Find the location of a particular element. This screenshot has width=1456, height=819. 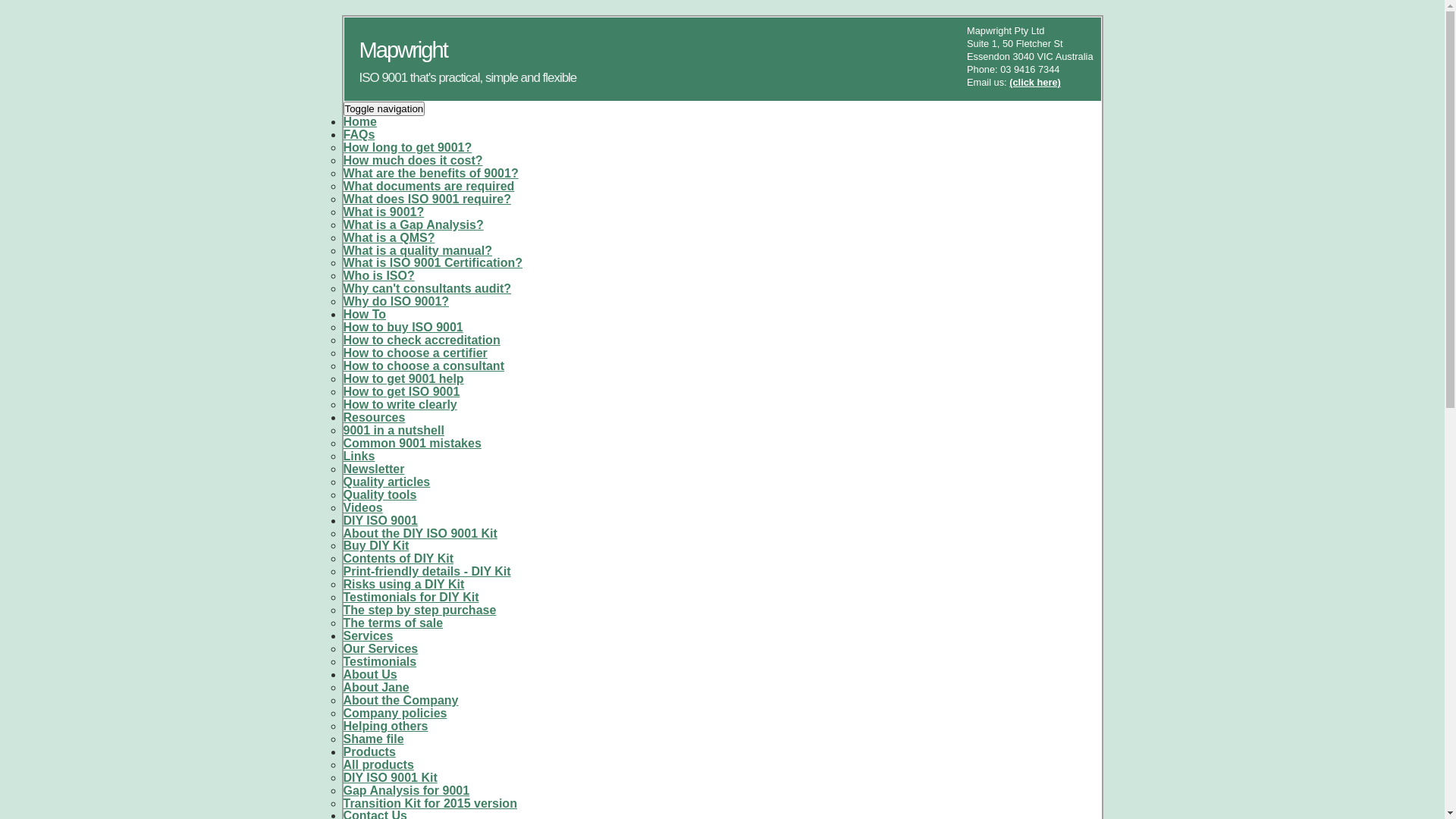

'(click here)' is located at coordinates (1034, 82).